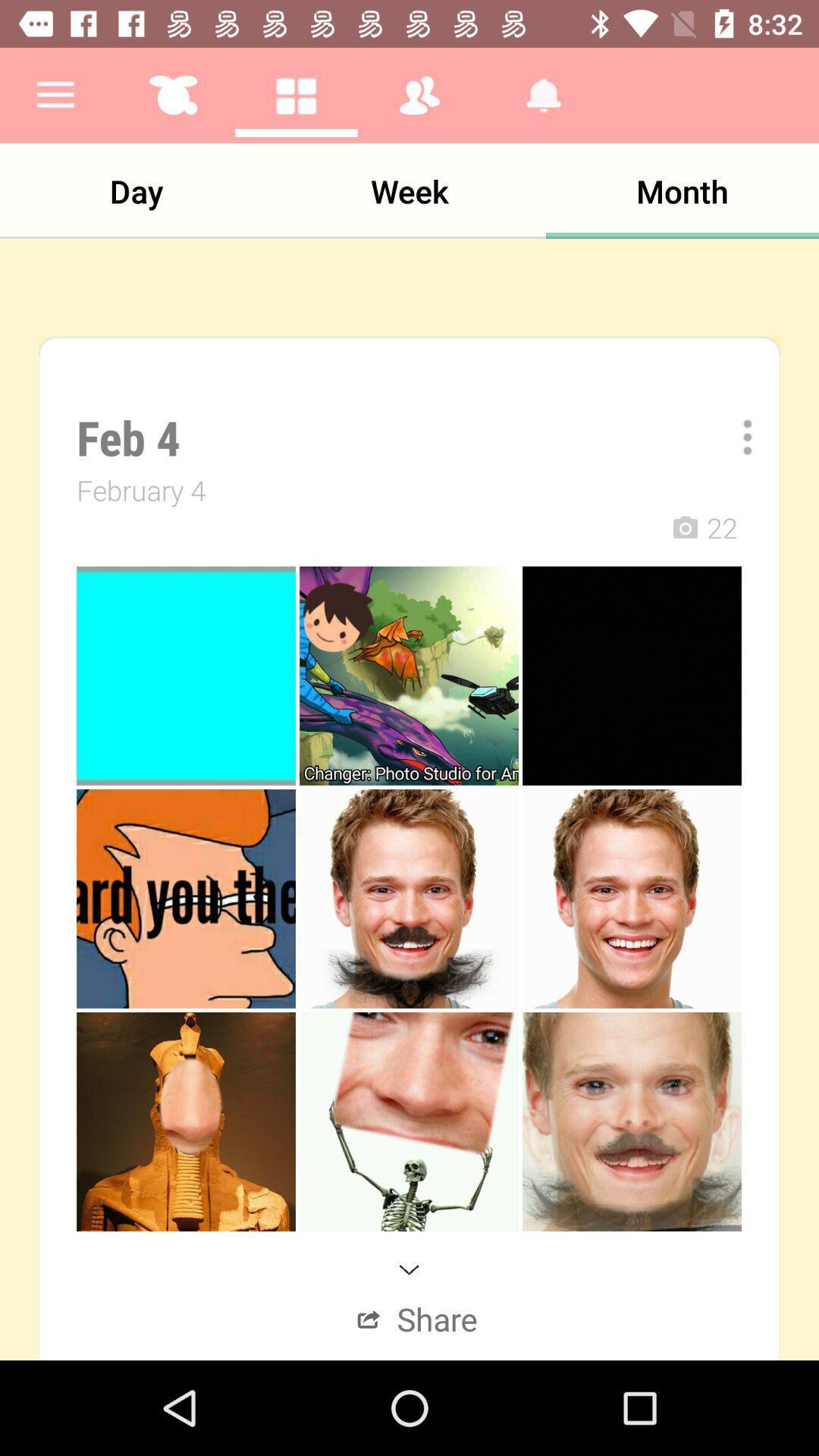 Image resolution: width=819 pixels, height=1456 pixels. I want to click on click for more options, so click(736, 436).